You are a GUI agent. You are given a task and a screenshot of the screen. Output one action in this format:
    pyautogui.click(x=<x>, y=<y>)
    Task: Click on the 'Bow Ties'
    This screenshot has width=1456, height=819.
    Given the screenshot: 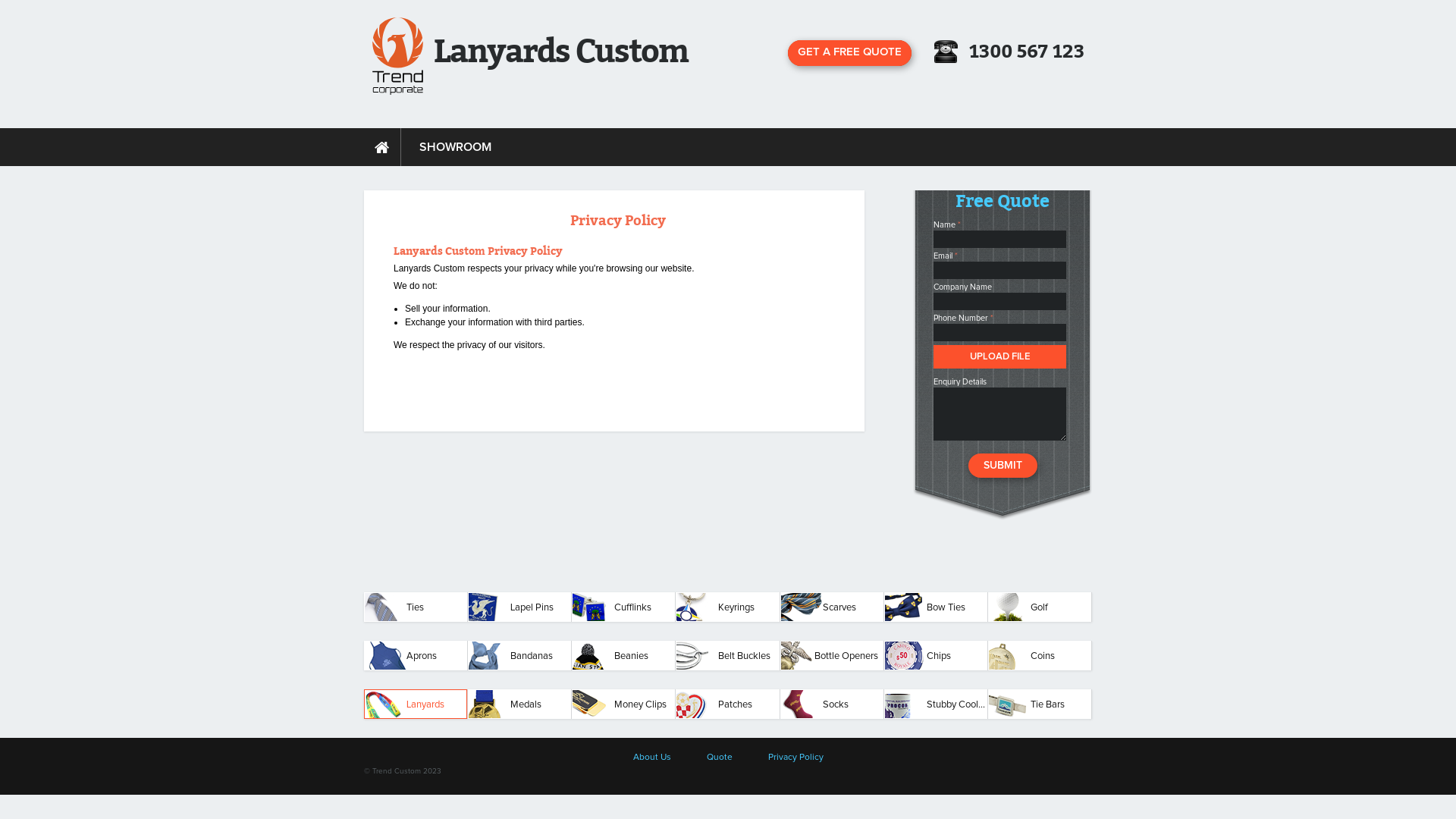 What is the action you would take?
    pyautogui.click(x=884, y=606)
    